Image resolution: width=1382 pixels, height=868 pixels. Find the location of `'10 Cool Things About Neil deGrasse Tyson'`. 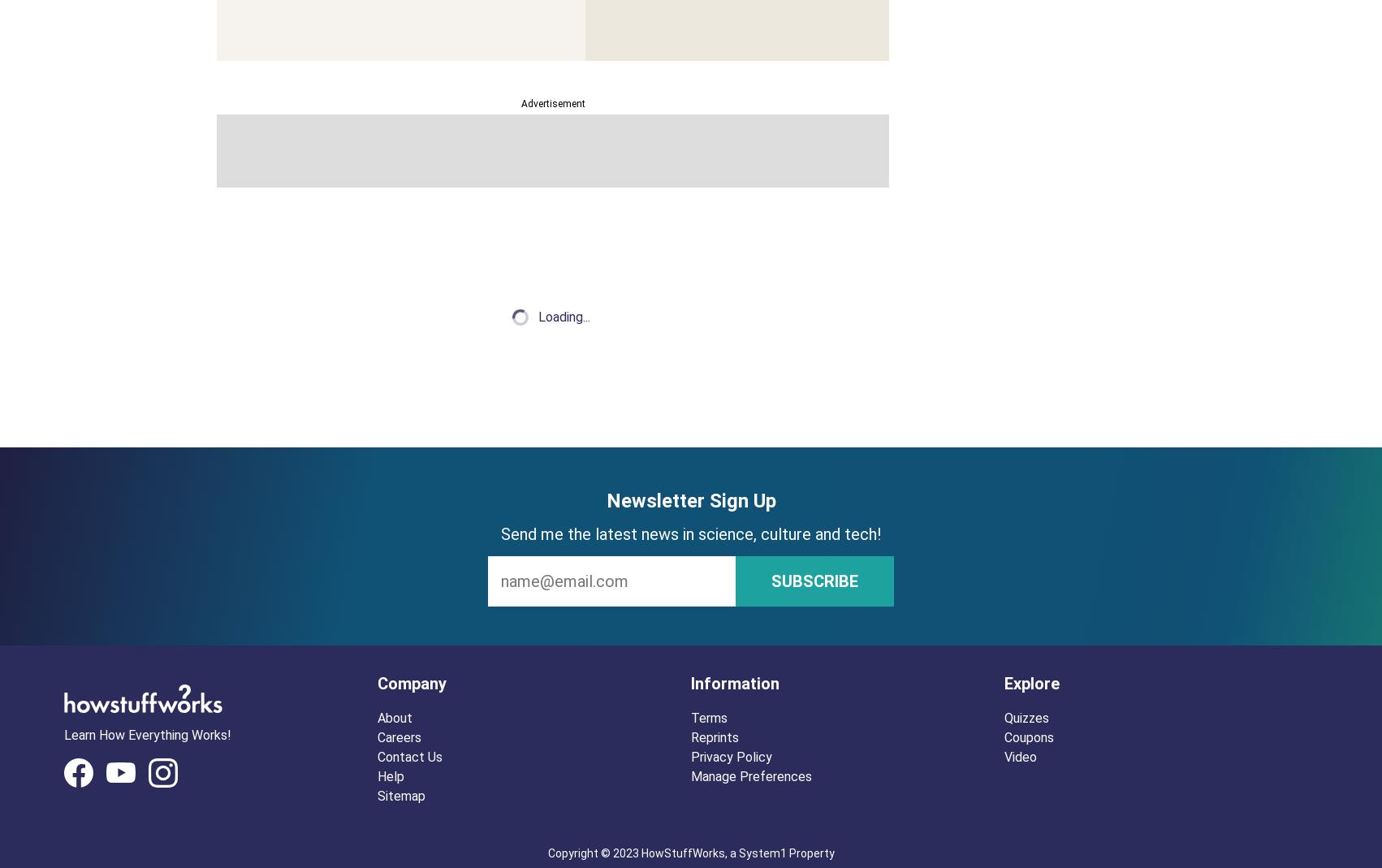

'10 Cool Things About Neil deGrasse Tyson' is located at coordinates (525, 257).